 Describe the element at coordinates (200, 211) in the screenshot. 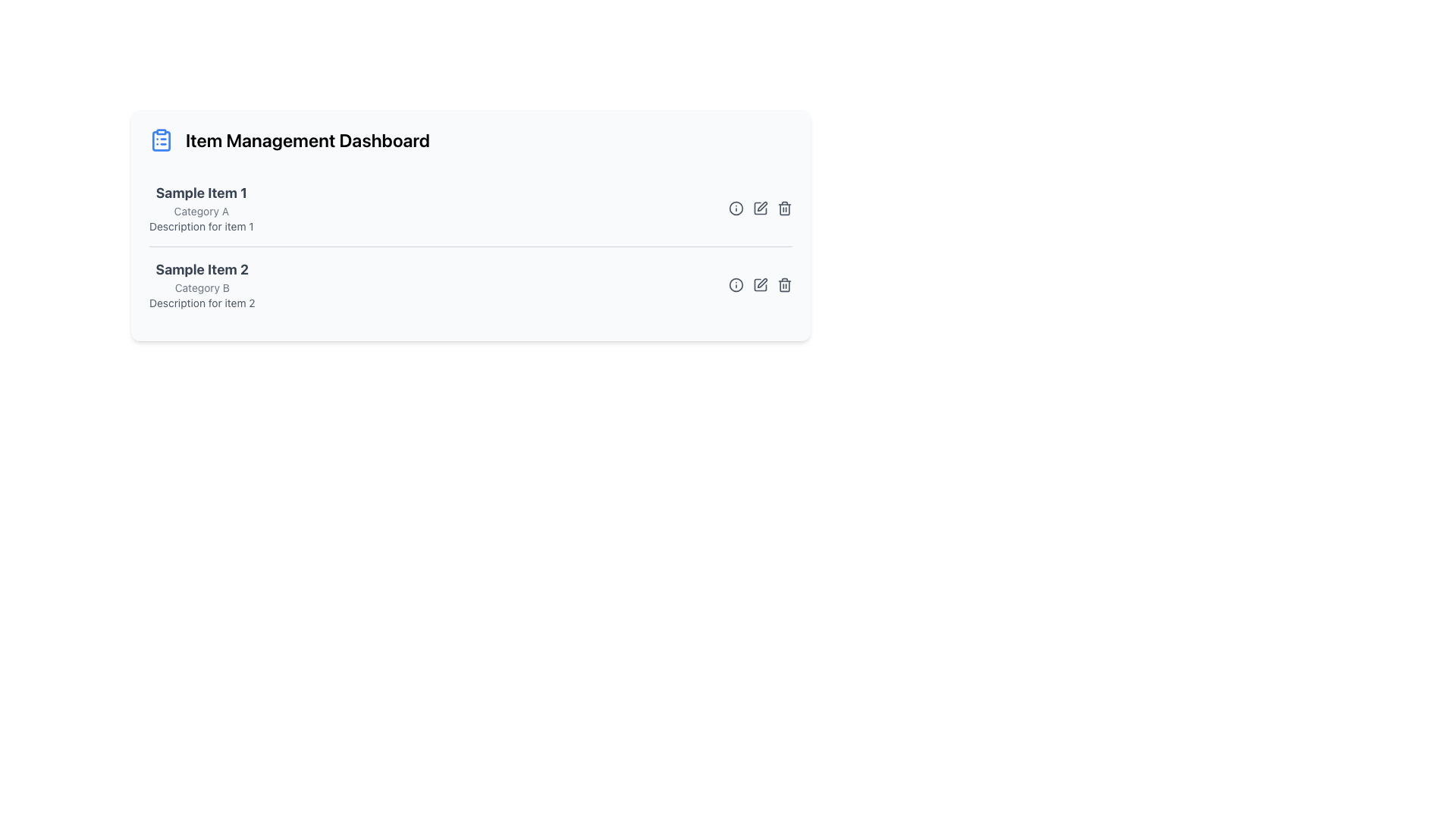

I see `the static label text that categorizes 'Sample Item 1', located below the title and above the description` at that location.